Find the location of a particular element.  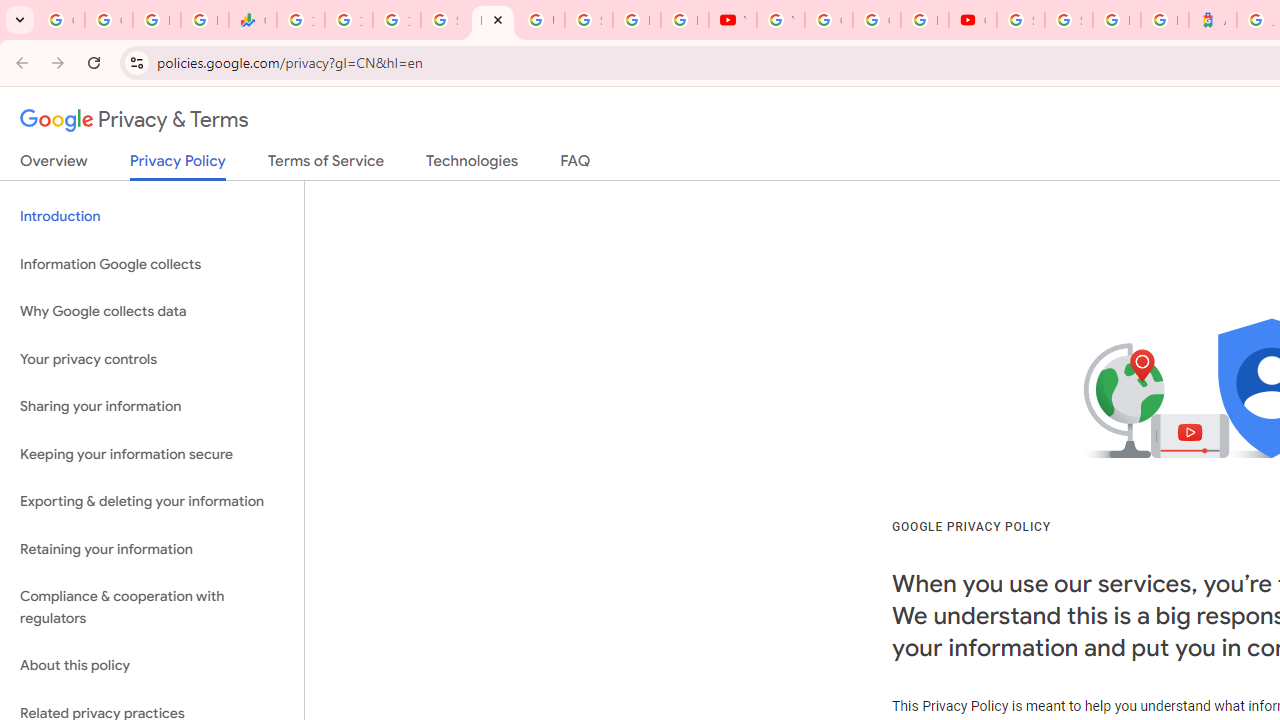

'Content Creator Programs & Opportunities - YouTube Creators' is located at coordinates (972, 20).